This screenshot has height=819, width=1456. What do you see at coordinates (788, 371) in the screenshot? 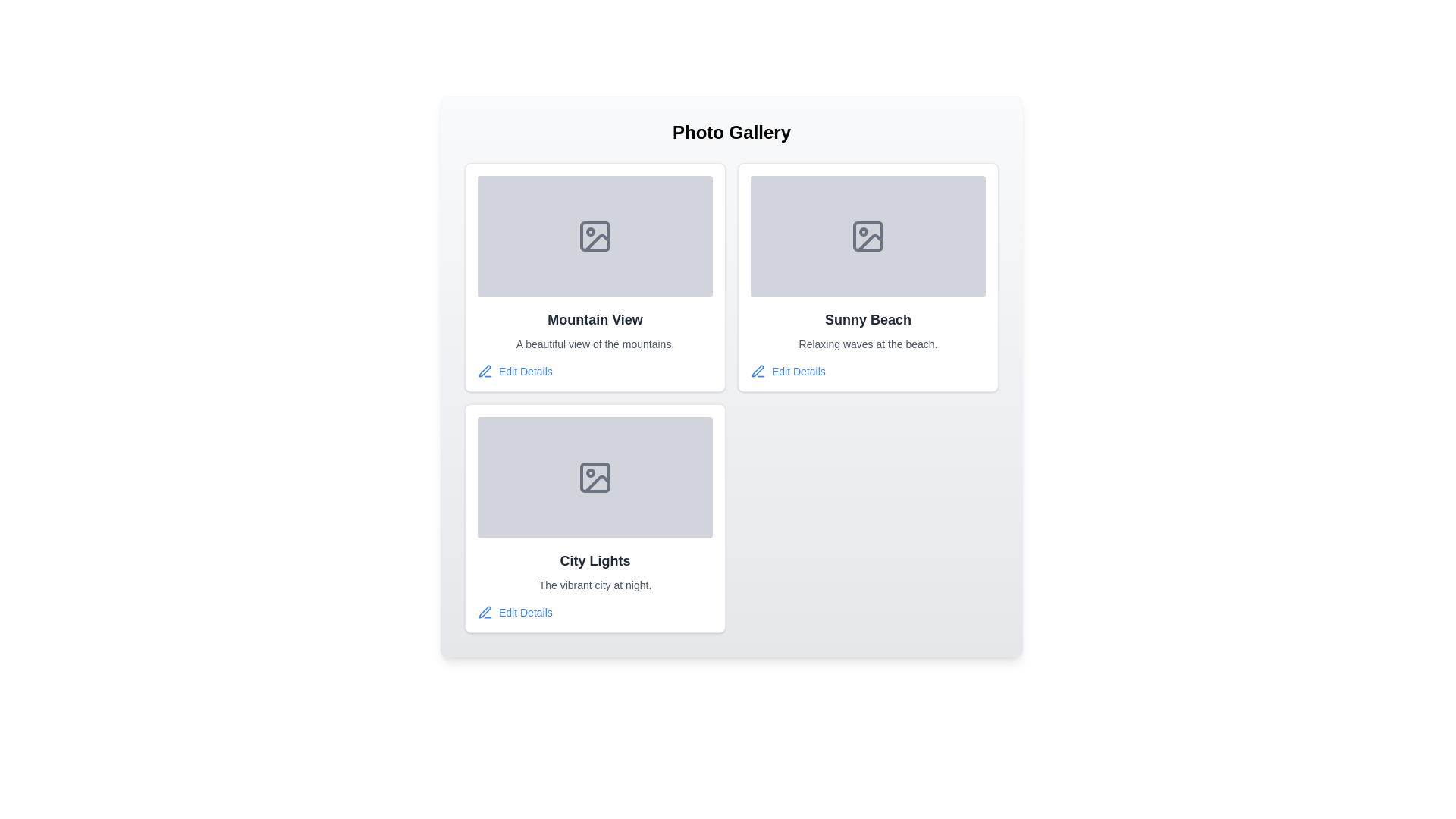
I see `the 'Edit Details' button for the item titled Sunny Beach` at bounding box center [788, 371].